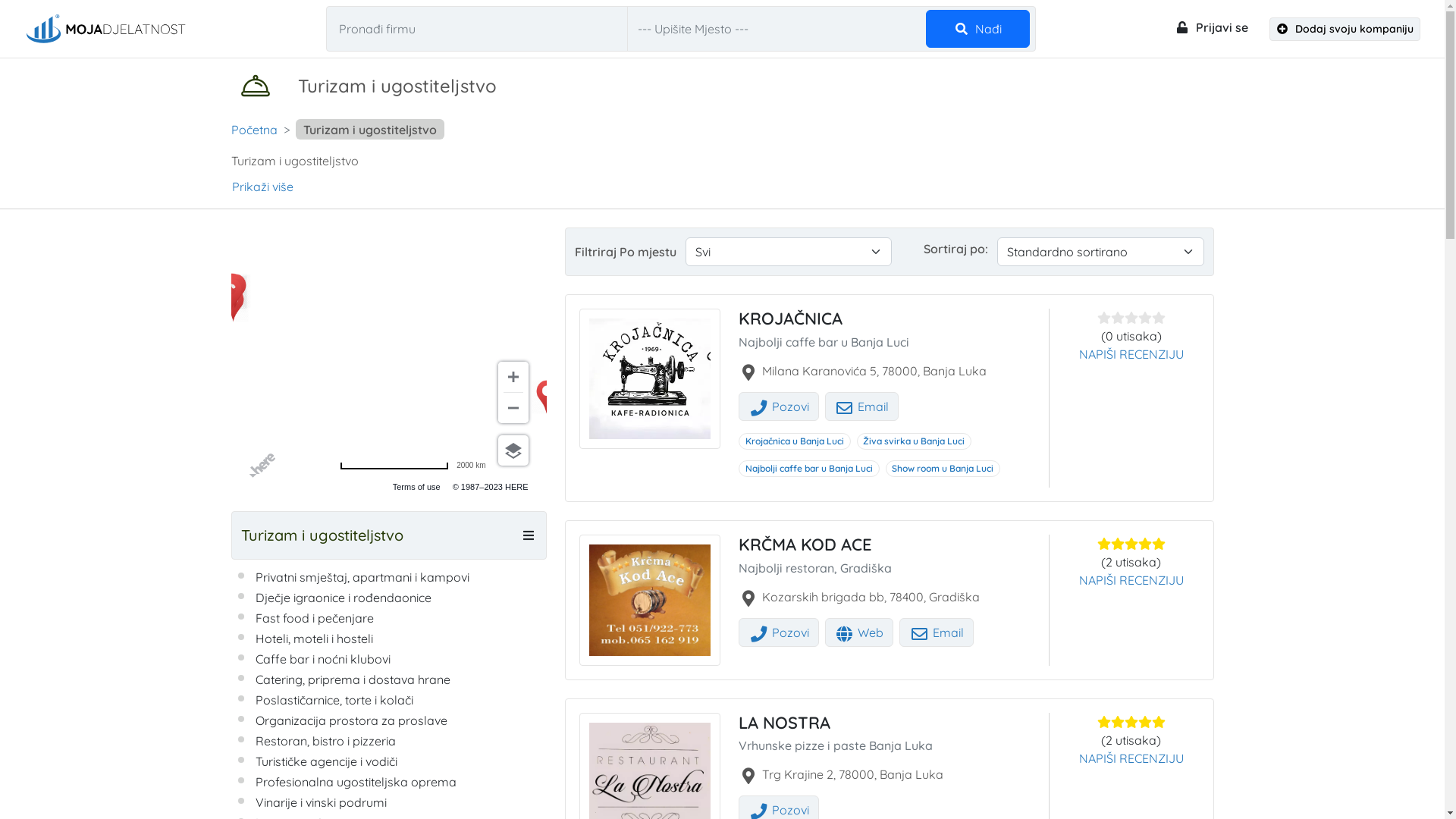 This screenshot has width=1456, height=819. Describe the element at coordinates (808, 467) in the screenshot. I see `'Najbolji caffe bar u Banja Luci'` at that location.